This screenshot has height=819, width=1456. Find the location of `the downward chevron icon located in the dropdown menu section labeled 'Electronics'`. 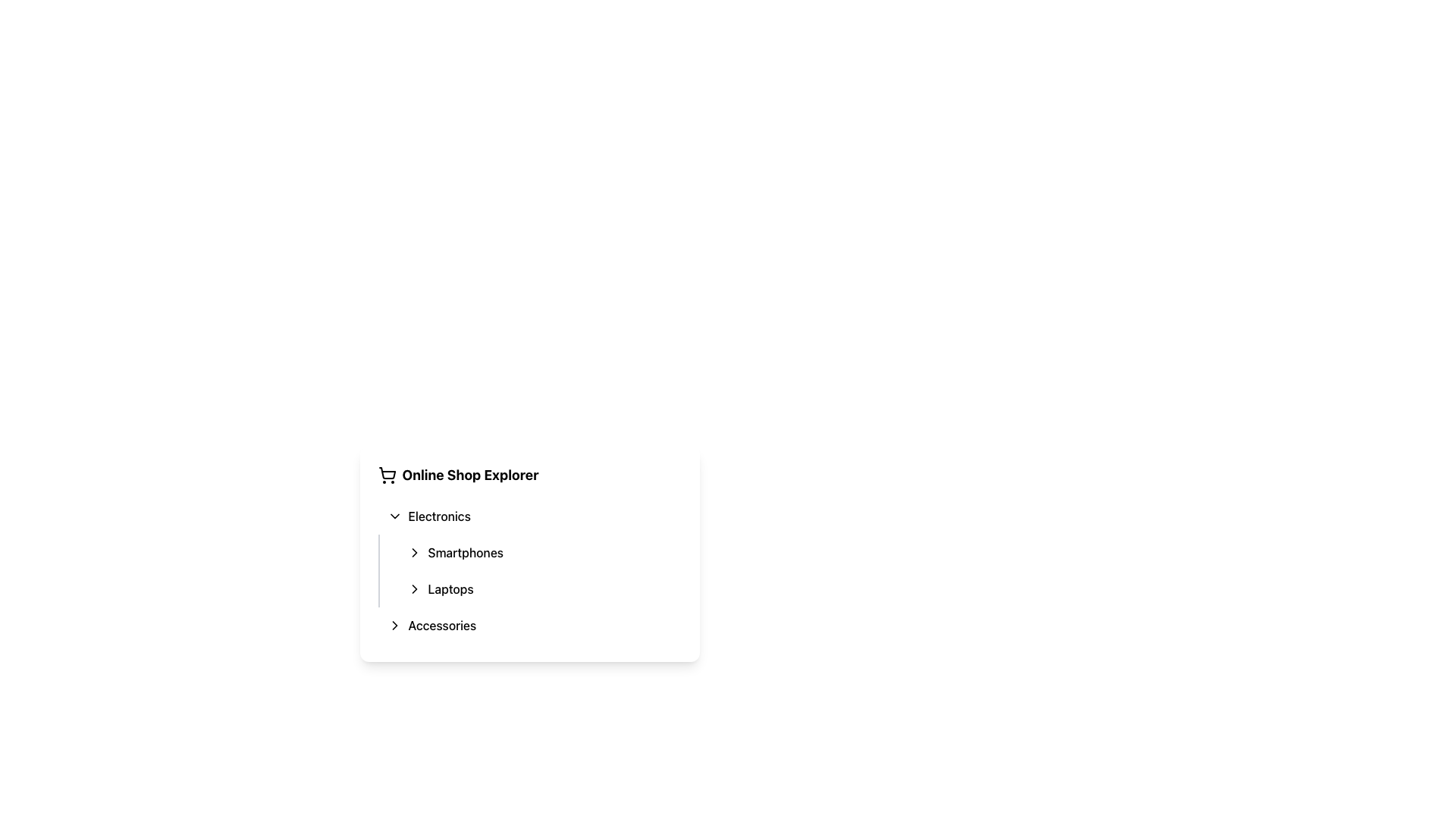

the downward chevron icon located in the dropdown menu section labeled 'Electronics' is located at coordinates (394, 516).